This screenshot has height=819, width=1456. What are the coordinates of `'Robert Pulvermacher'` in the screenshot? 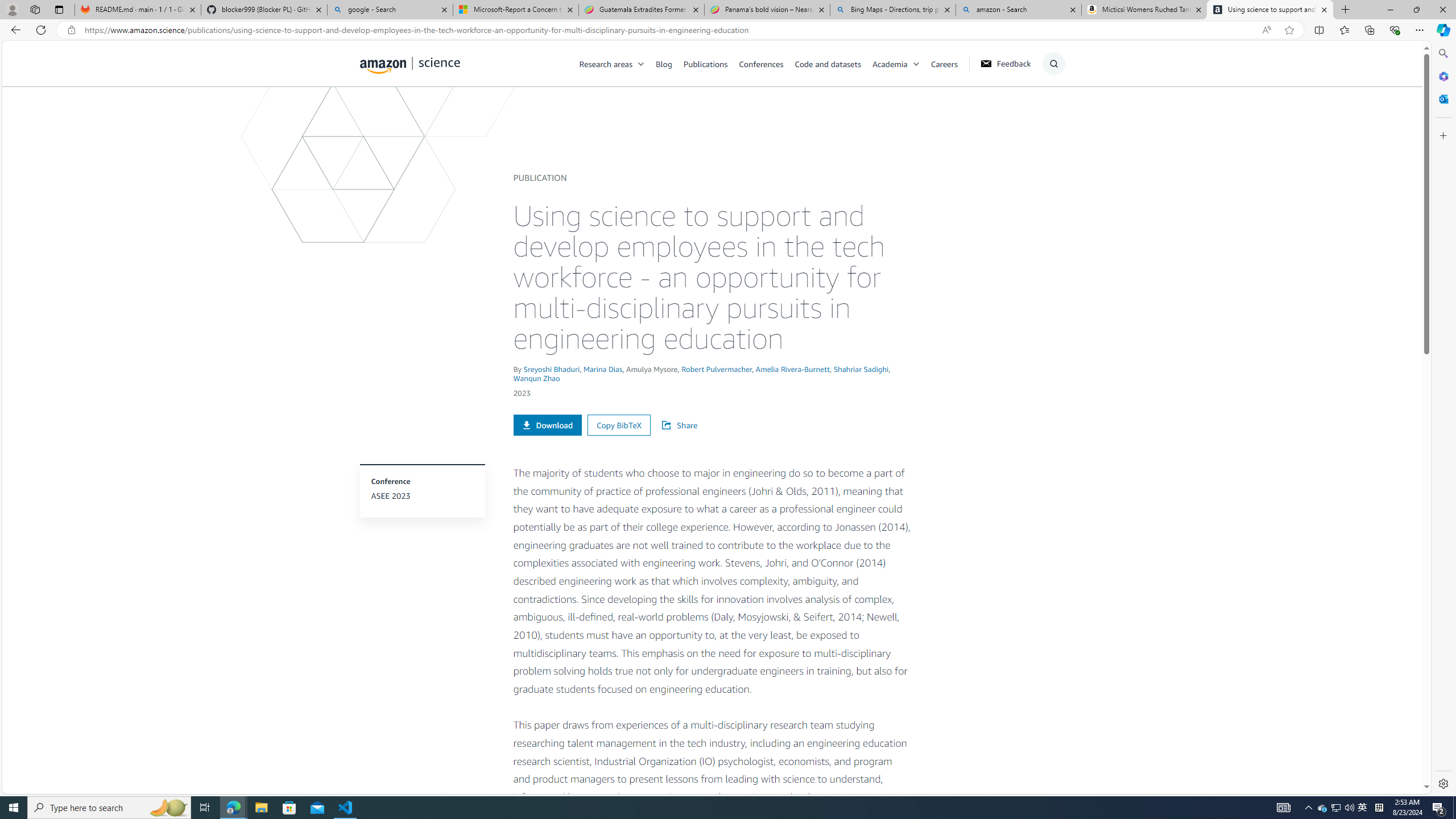 It's located at (716, 368).